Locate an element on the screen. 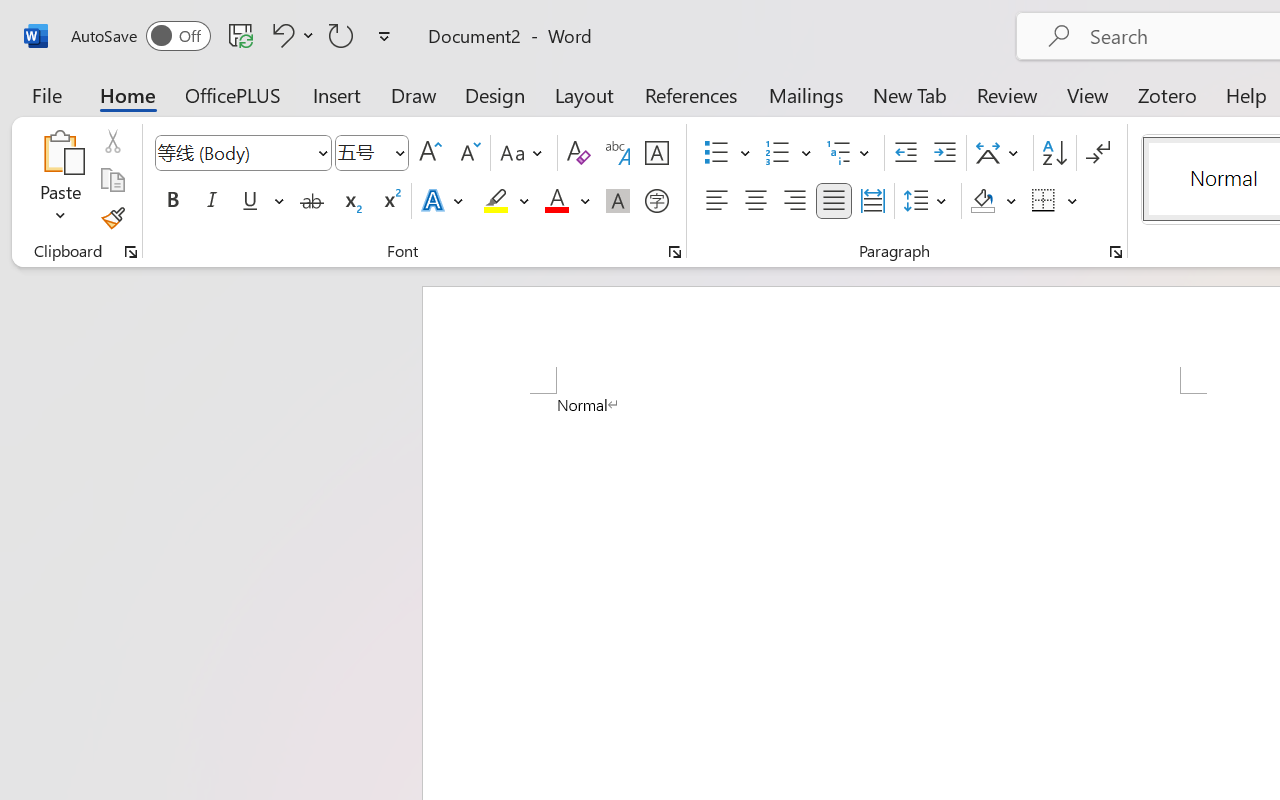 Image resolution: width=1280 pixels, height=800 pixels. 'Review' is located at coordinates (1007, 94).